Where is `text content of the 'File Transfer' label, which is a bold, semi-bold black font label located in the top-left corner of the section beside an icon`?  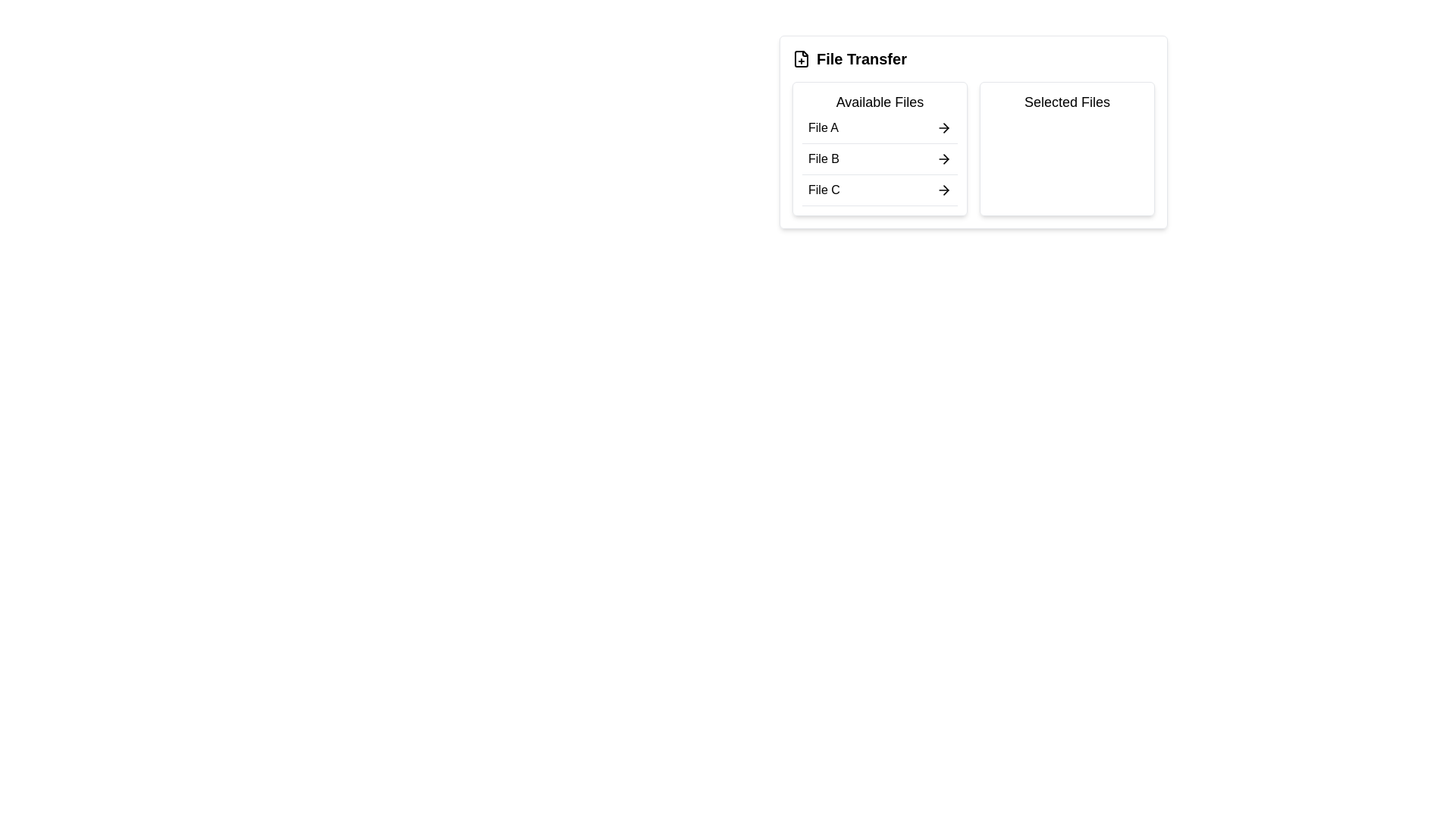
text content of the 'File Transfer' label, which is a bold, semi-bold black font label located in the top-left corner of the section beside an icon is located at coordinates (861, 58).